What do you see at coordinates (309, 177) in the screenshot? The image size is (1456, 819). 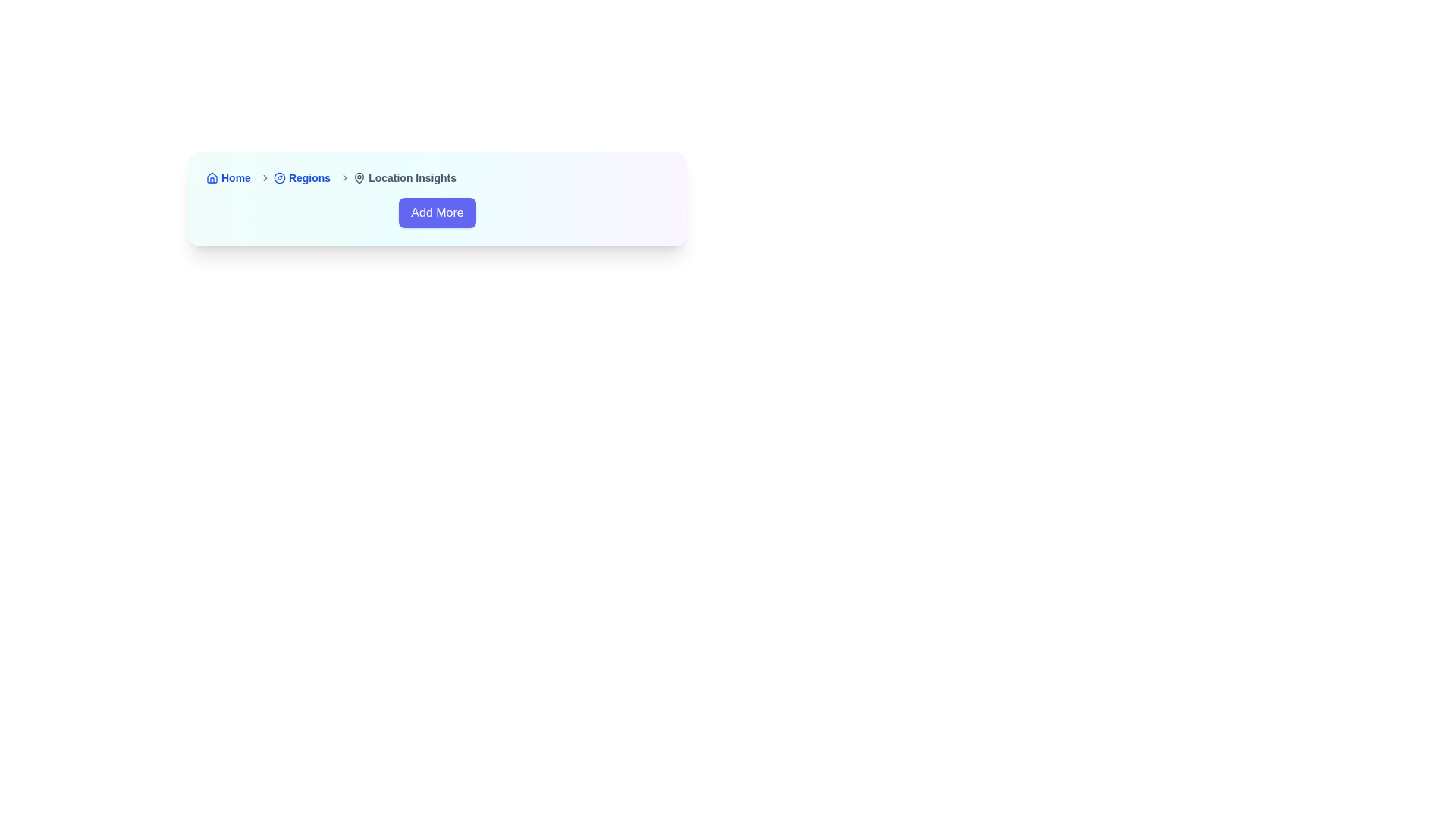 I see `the breadcrumb text link that directs to the 'Regions' section` at bounding box center [309, 177].